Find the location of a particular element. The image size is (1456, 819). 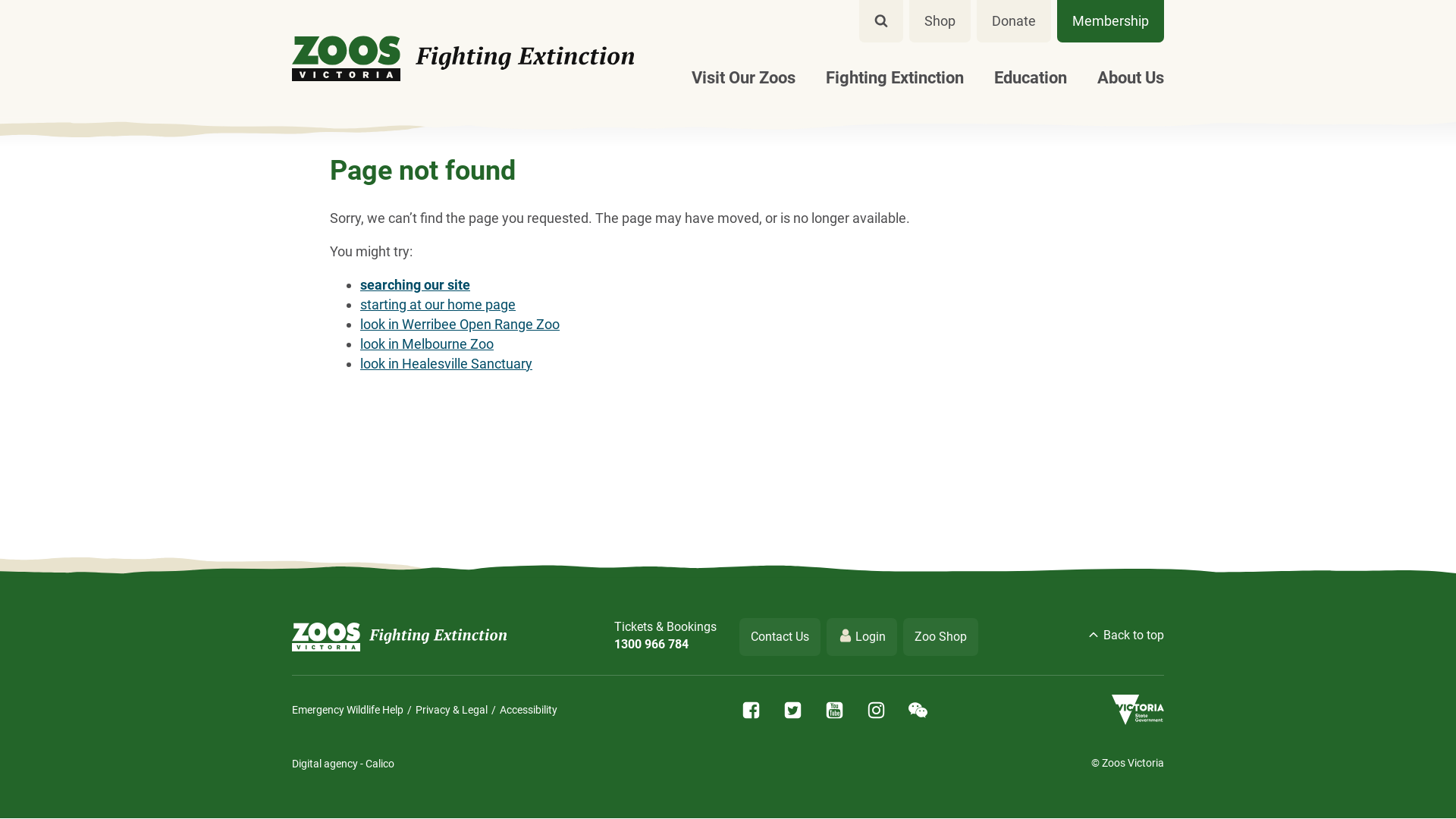

'Contact Us' is located at coordinates (780, 637).